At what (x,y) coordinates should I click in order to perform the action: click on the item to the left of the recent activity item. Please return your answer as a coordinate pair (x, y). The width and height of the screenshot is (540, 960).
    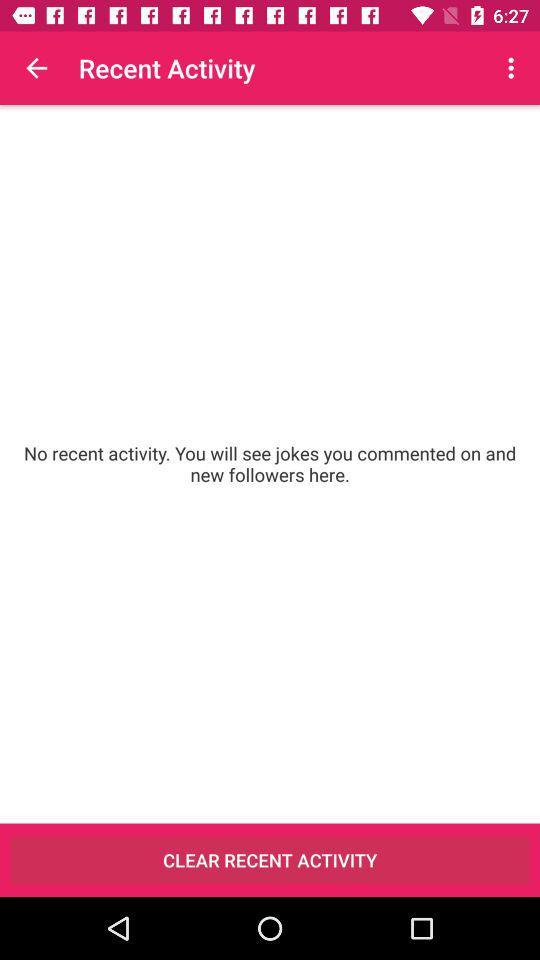
    Looking at the image, I should click on (36, 68).